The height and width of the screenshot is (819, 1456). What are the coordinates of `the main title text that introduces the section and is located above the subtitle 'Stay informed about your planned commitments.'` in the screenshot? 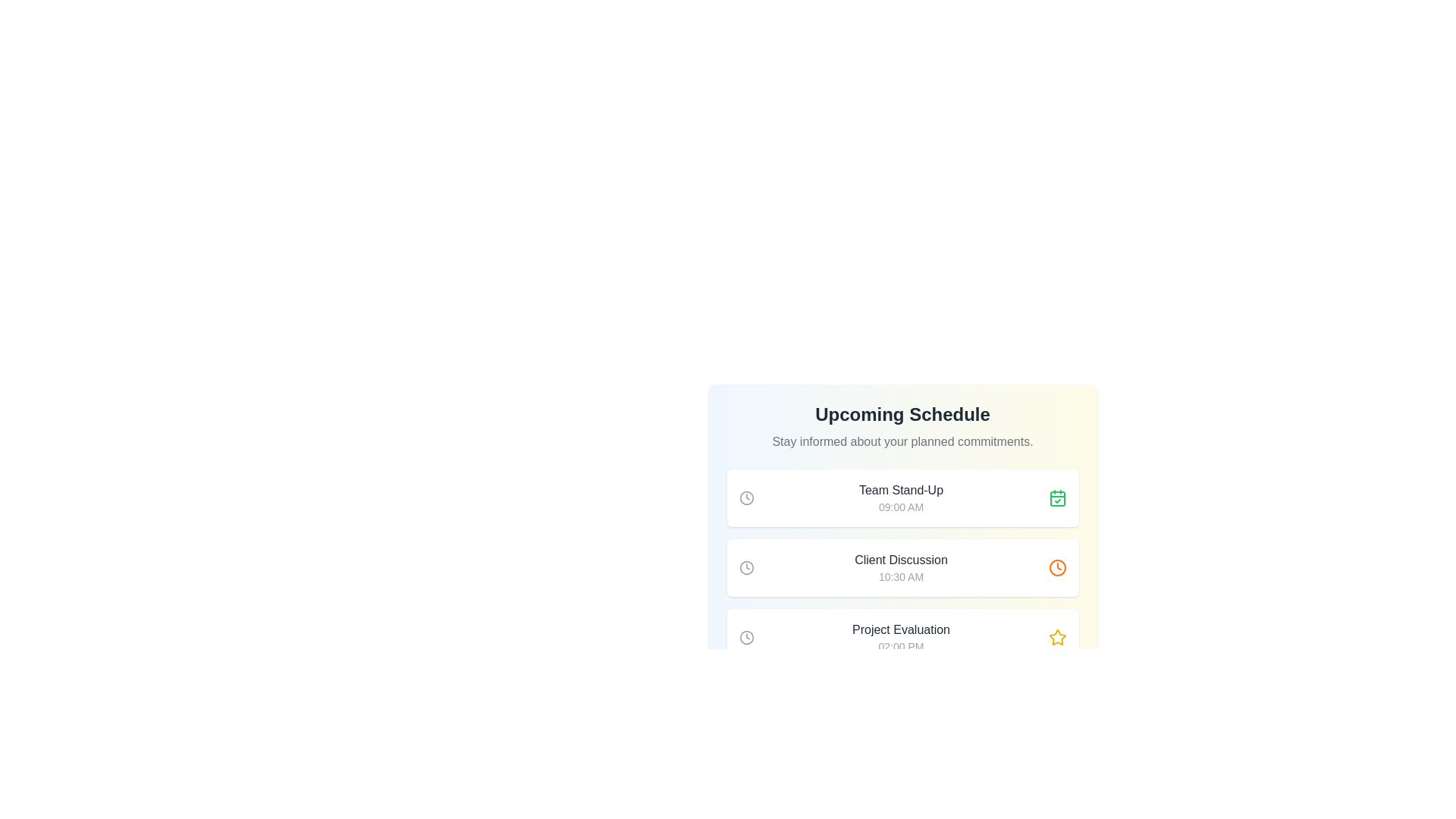 It's located at (902, 415).